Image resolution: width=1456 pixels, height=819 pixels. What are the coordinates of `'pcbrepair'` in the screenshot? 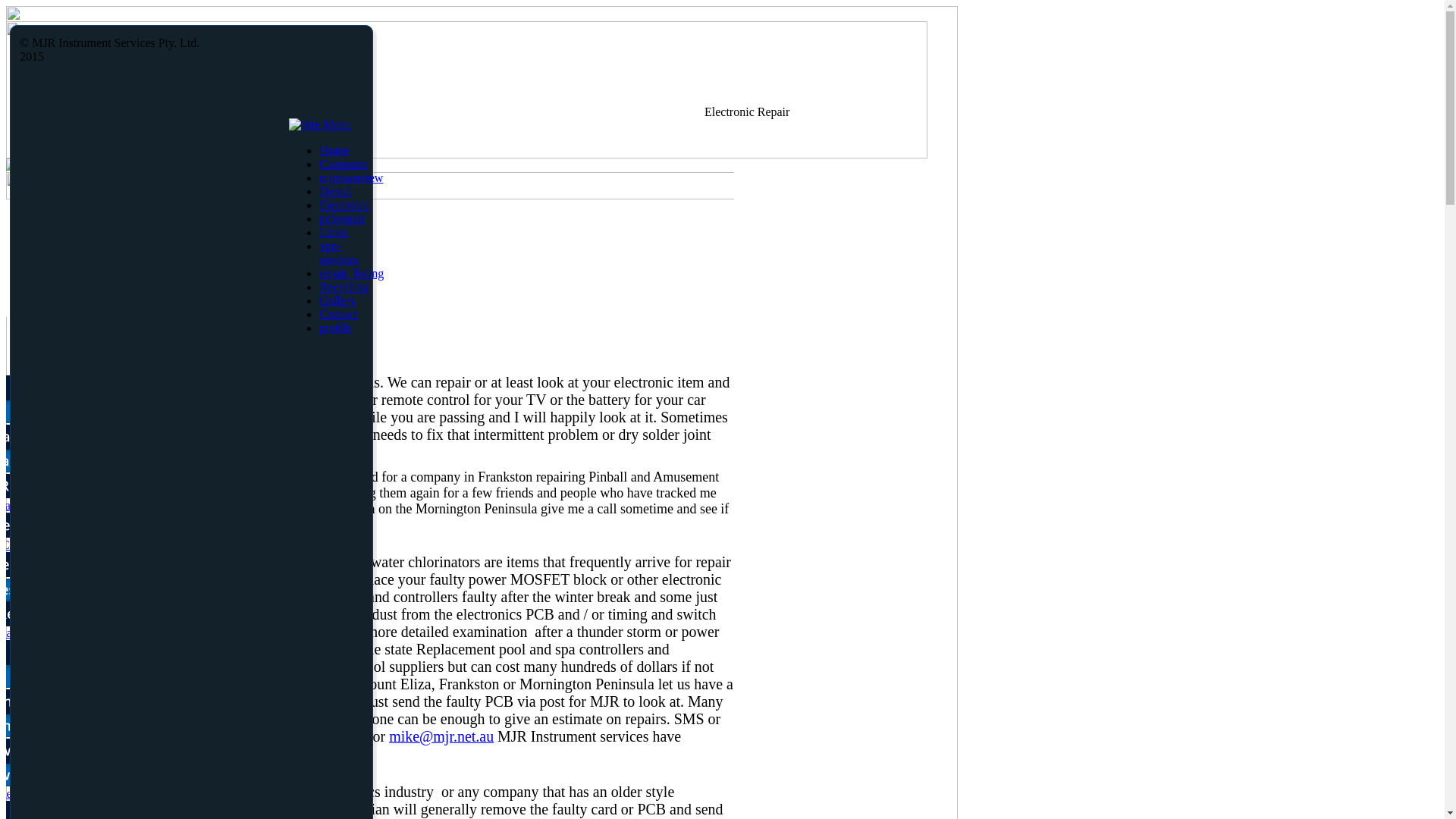 It's located at (341, 218).